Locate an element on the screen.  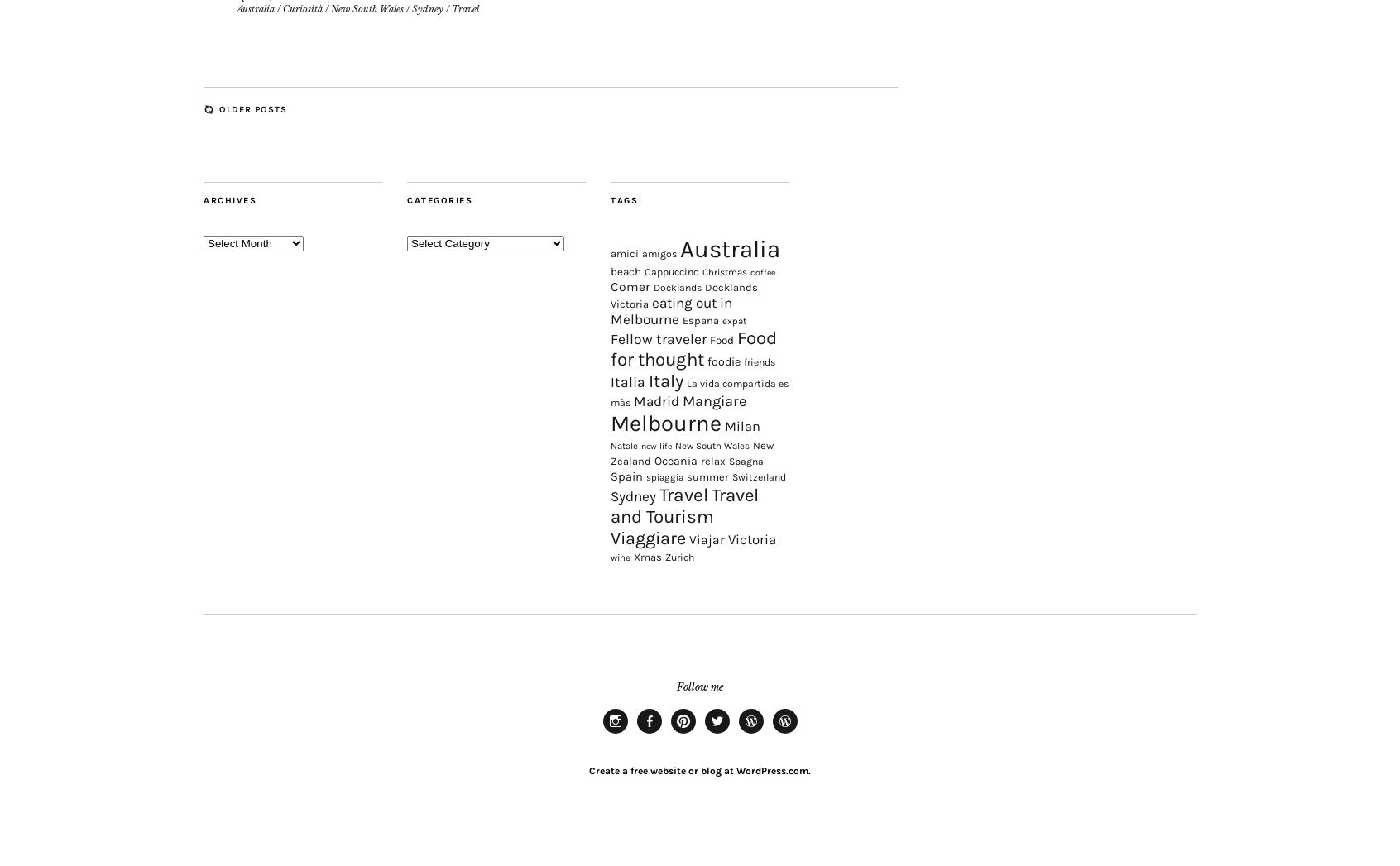
'Archives' is located at coordinates (229, 241).